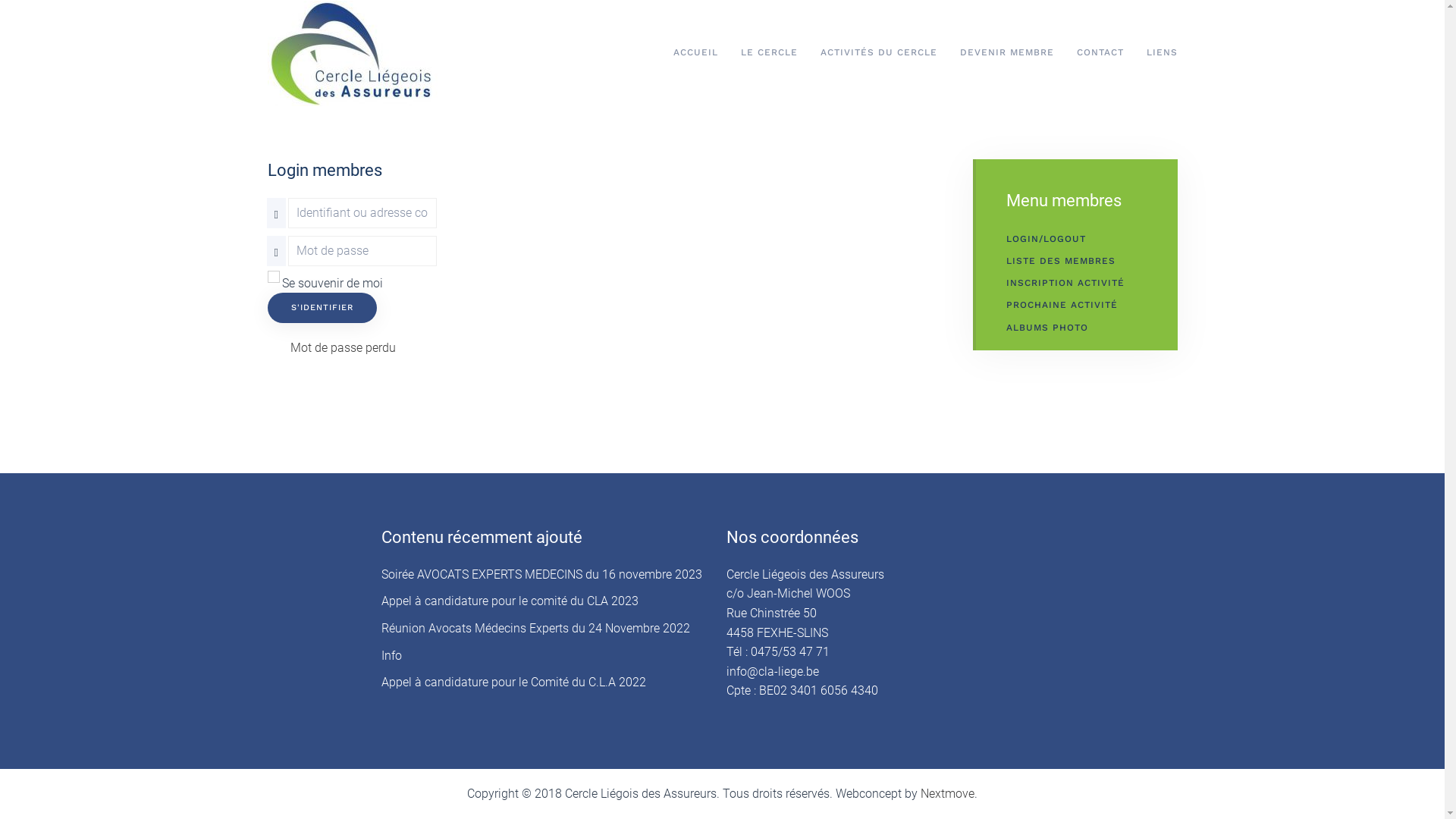 Image resolution: width=1456 pixels, height=819 pixels. I want to click on 'Nextmove', so click(946, 792).